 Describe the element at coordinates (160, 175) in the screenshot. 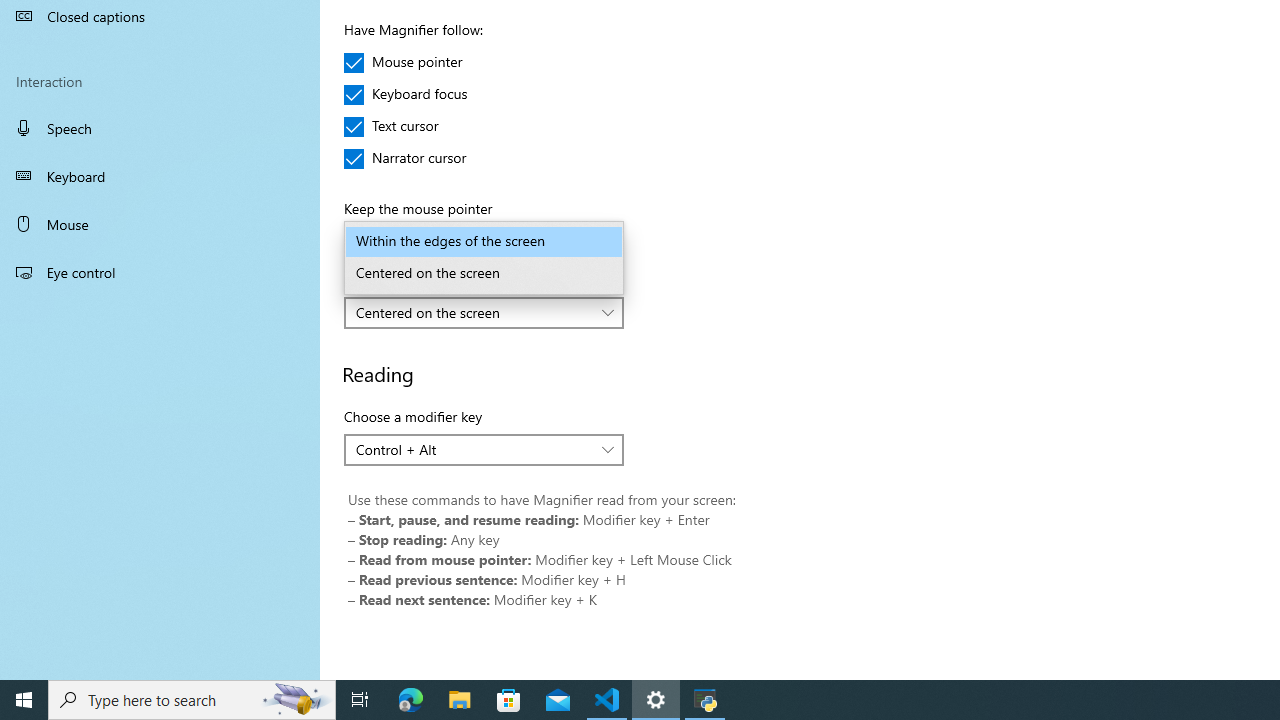

I see `'Keyboard'` at that location.